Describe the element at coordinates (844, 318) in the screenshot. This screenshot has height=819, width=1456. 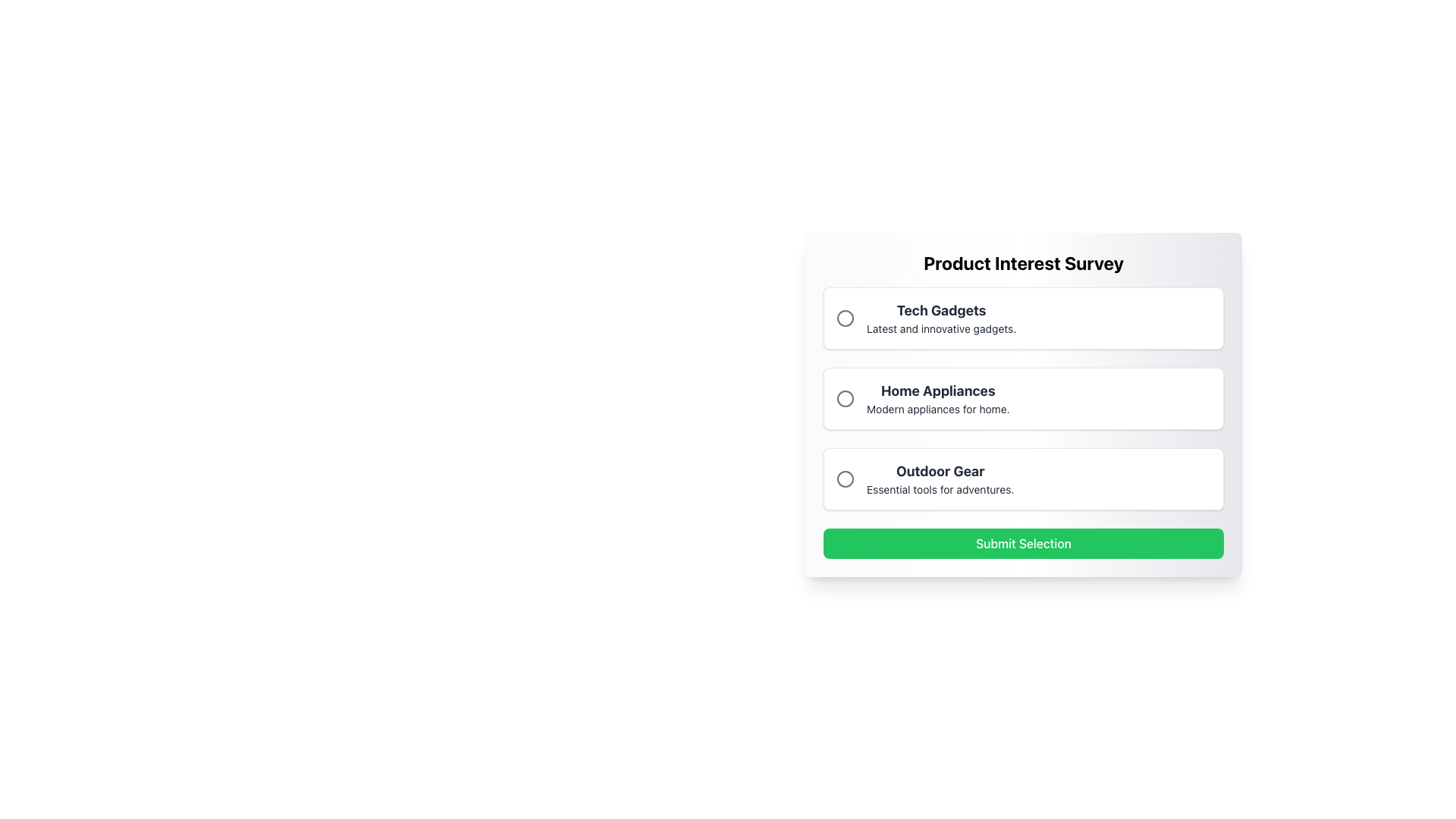
I see `the circular graphical indicator that is styled as an outline circle, positioned to the left of the 'Tech Gadgets' option label` at that location.